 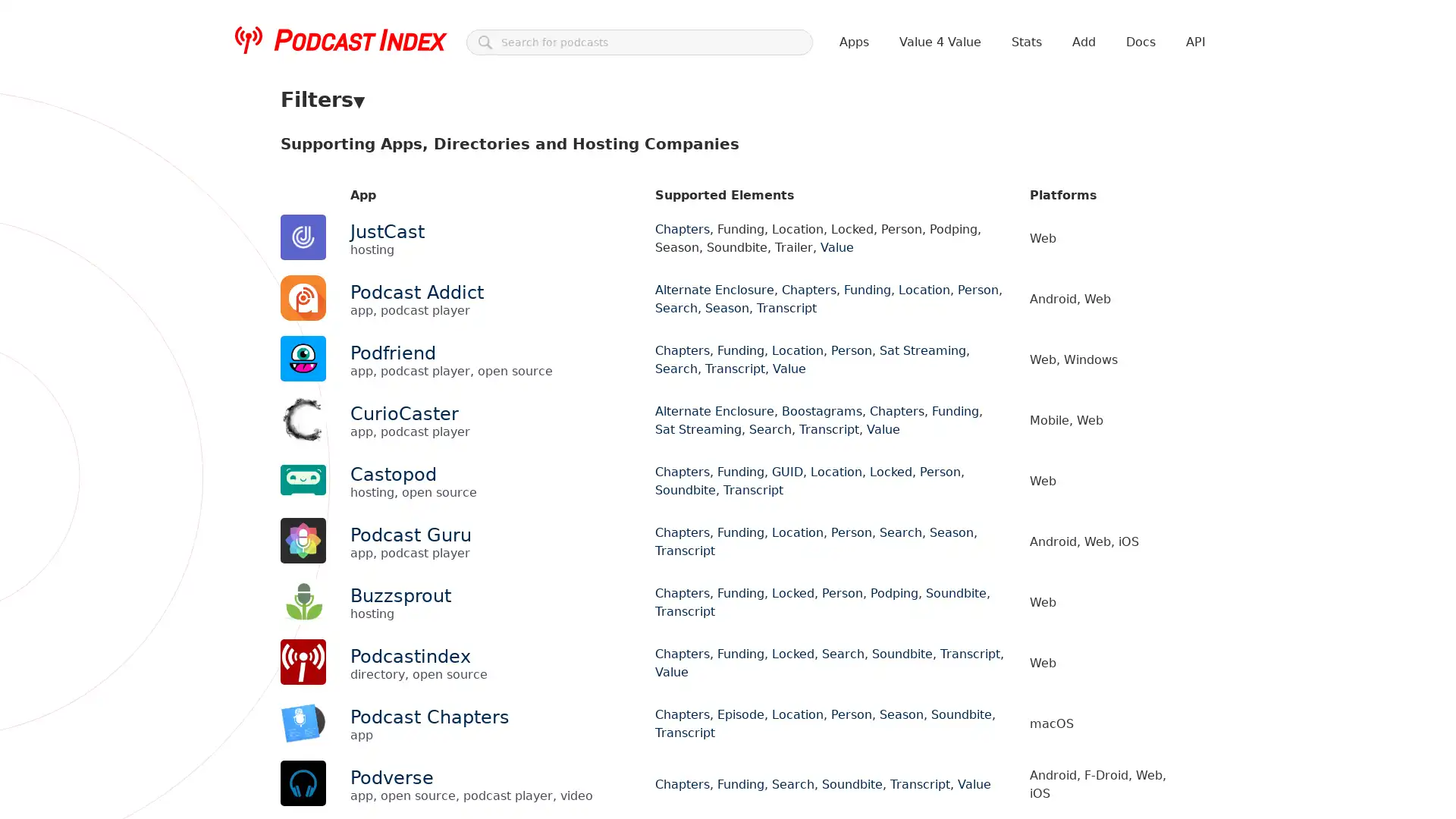 What do you see at coordinates (477, 229) in the screenshot?
I see `Boostagrams` at bounding box center [477, 229].